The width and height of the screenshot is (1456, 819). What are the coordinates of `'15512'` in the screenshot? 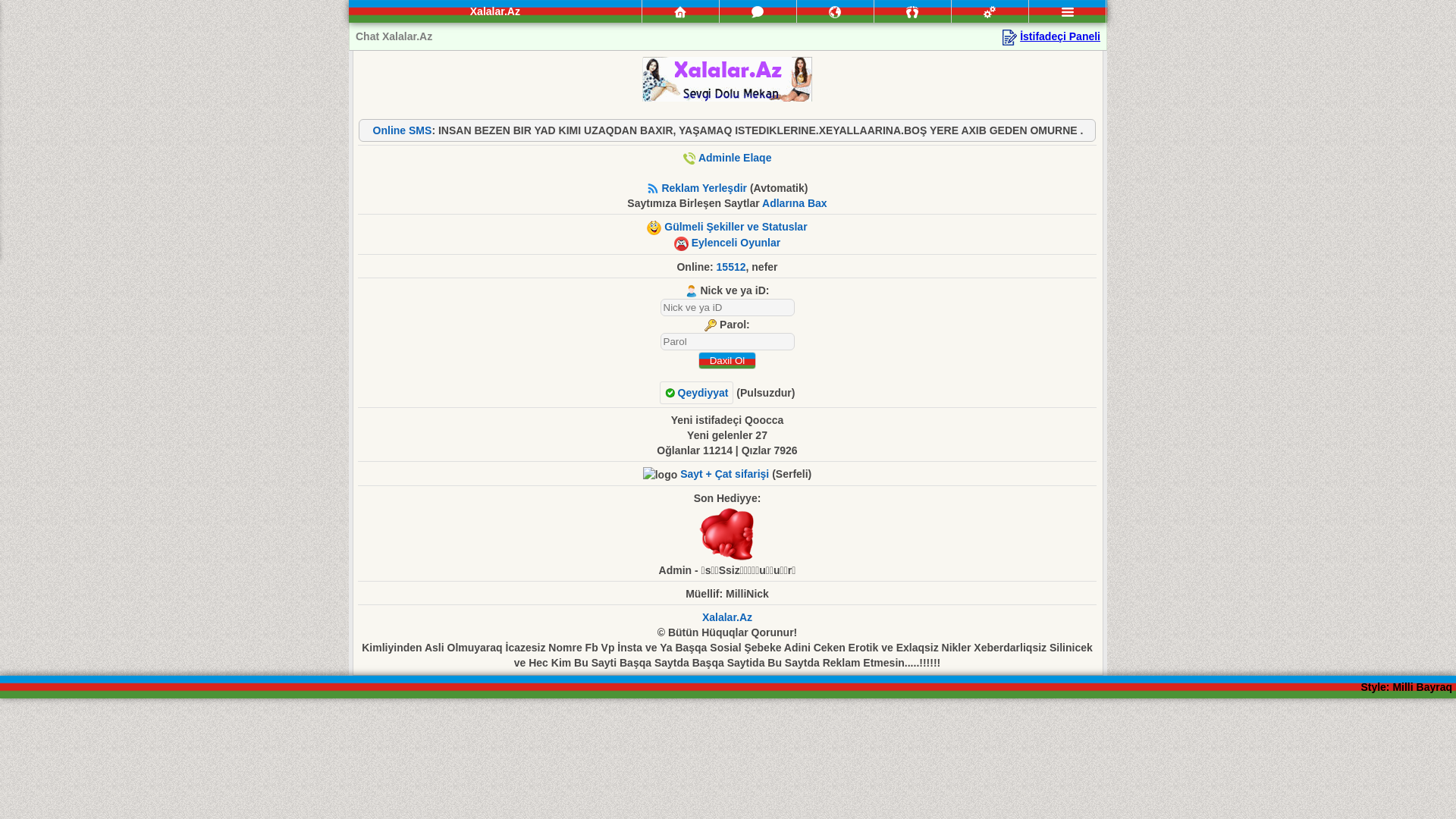 It's located at (731, 265).